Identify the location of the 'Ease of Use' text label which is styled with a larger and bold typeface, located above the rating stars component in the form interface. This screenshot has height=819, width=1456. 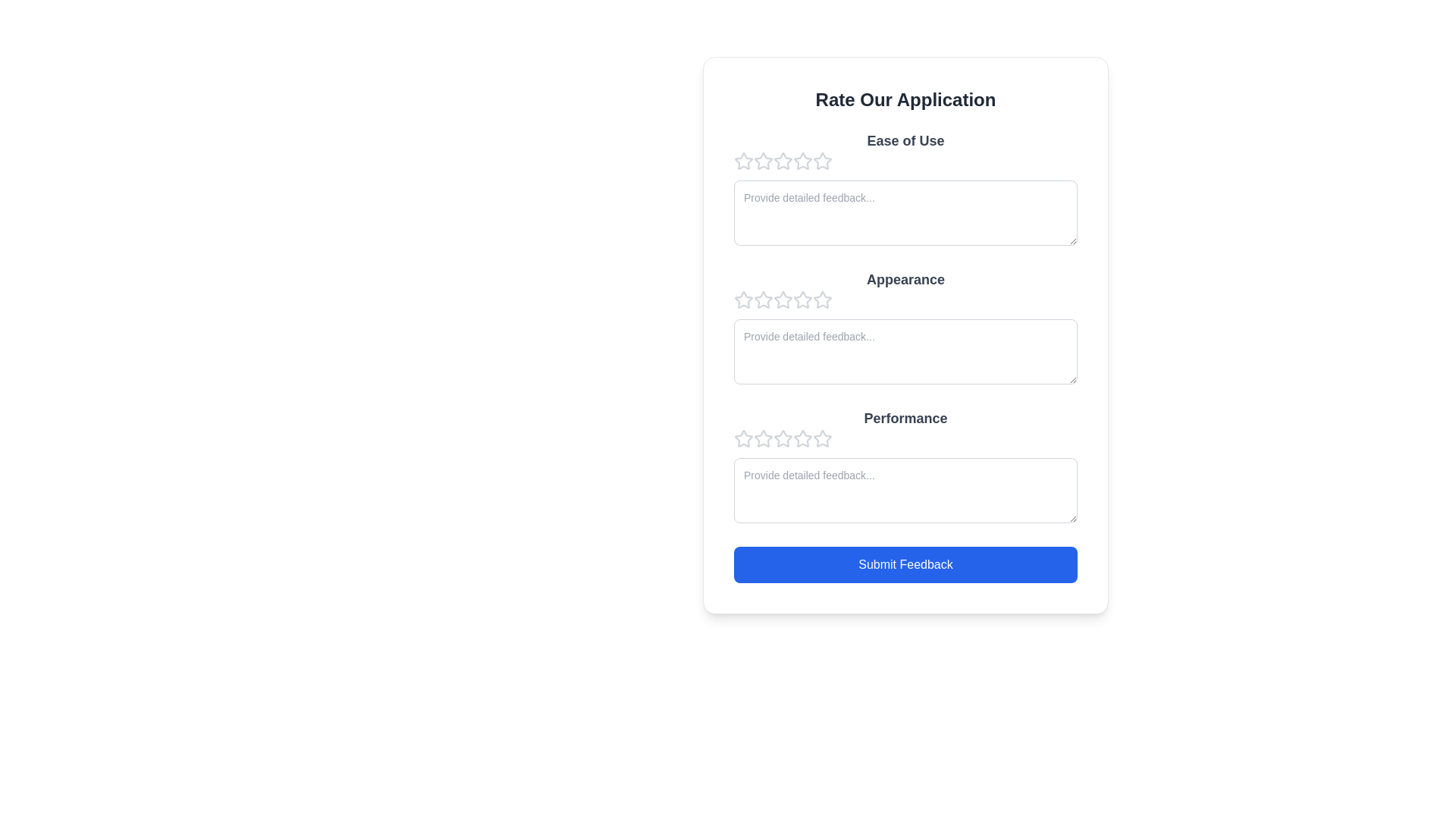
(905, 140).